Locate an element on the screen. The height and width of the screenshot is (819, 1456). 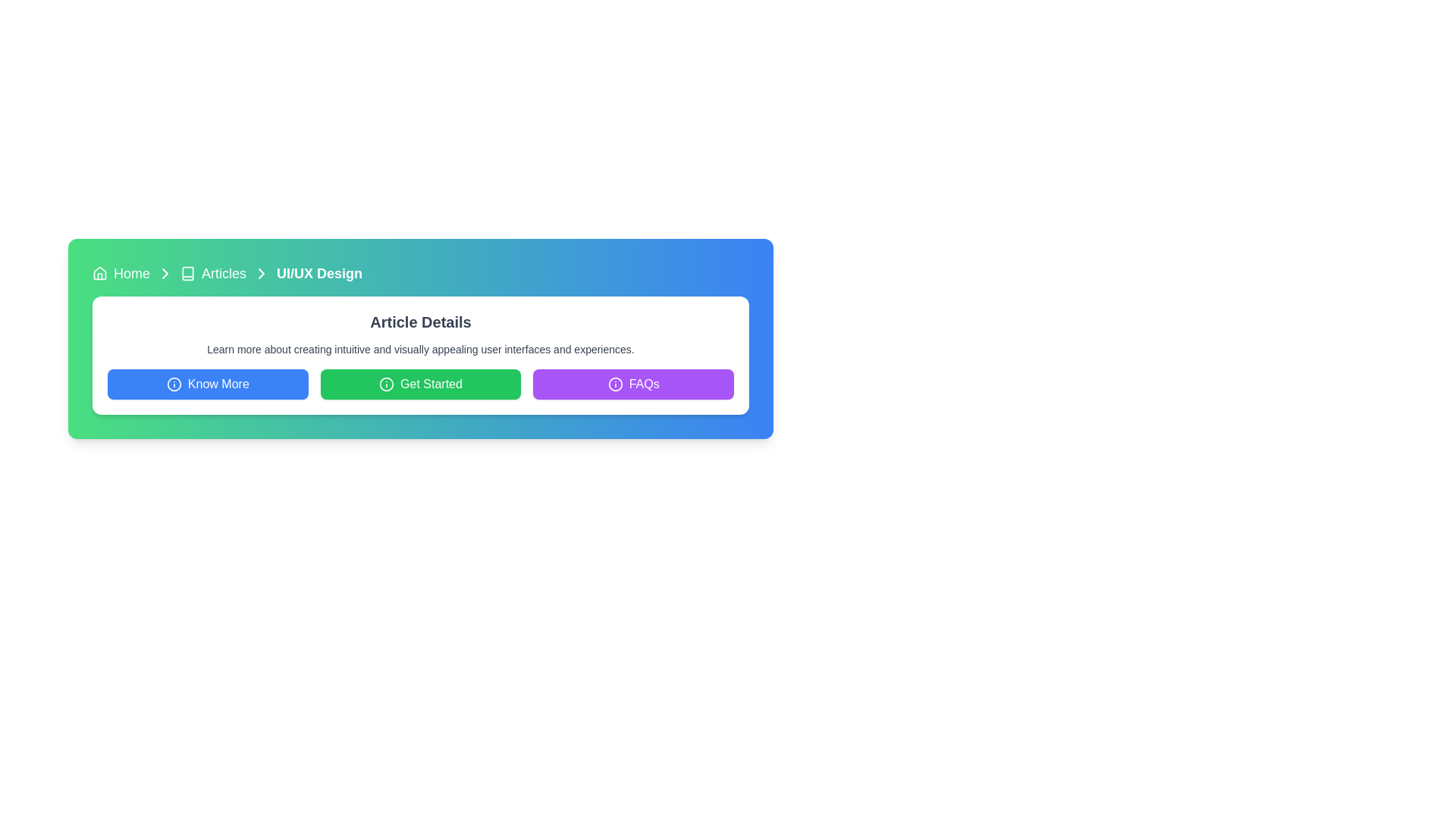
the right-facing chevron icon with a white outline on a green background, which is the third separator in the breadcrumb navigation between 'Articles' and 'UI/UX Design' is located at coordinates (262, 274).